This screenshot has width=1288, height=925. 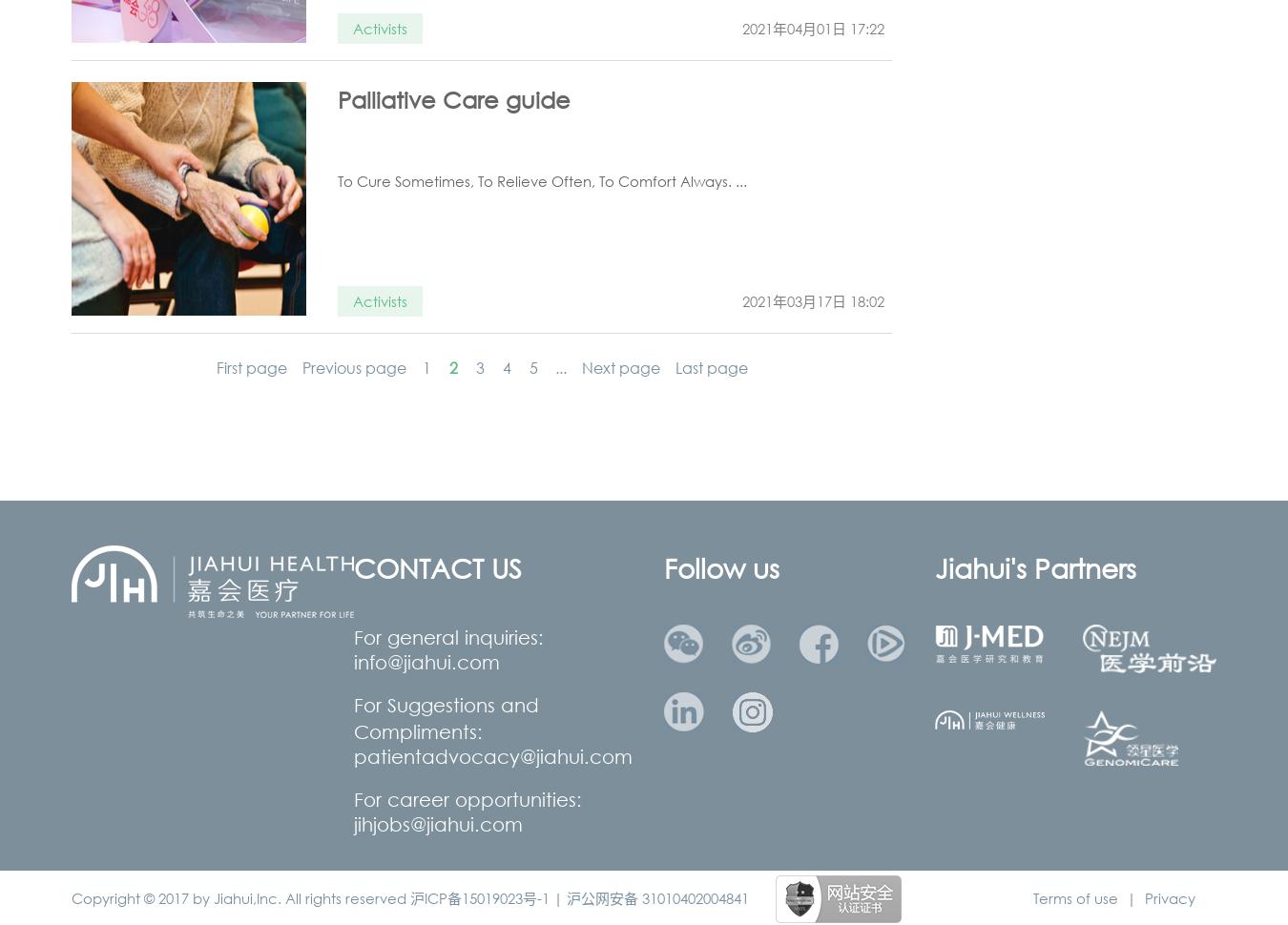 I want to click on '沪ICP备15019023号-1', so click(x=409, y=896).